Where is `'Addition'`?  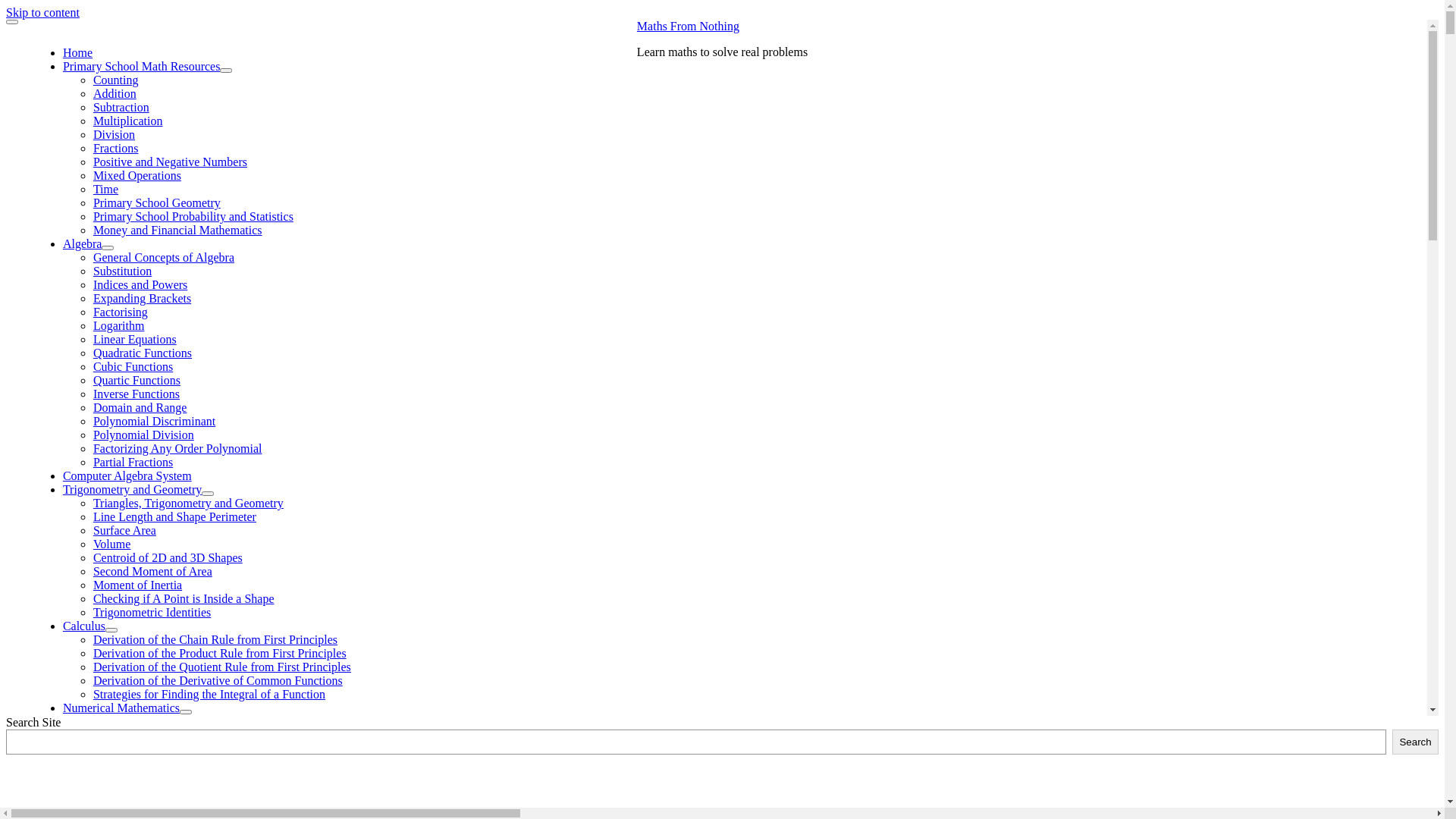
'Addition' is located at coordinates (93, 93).